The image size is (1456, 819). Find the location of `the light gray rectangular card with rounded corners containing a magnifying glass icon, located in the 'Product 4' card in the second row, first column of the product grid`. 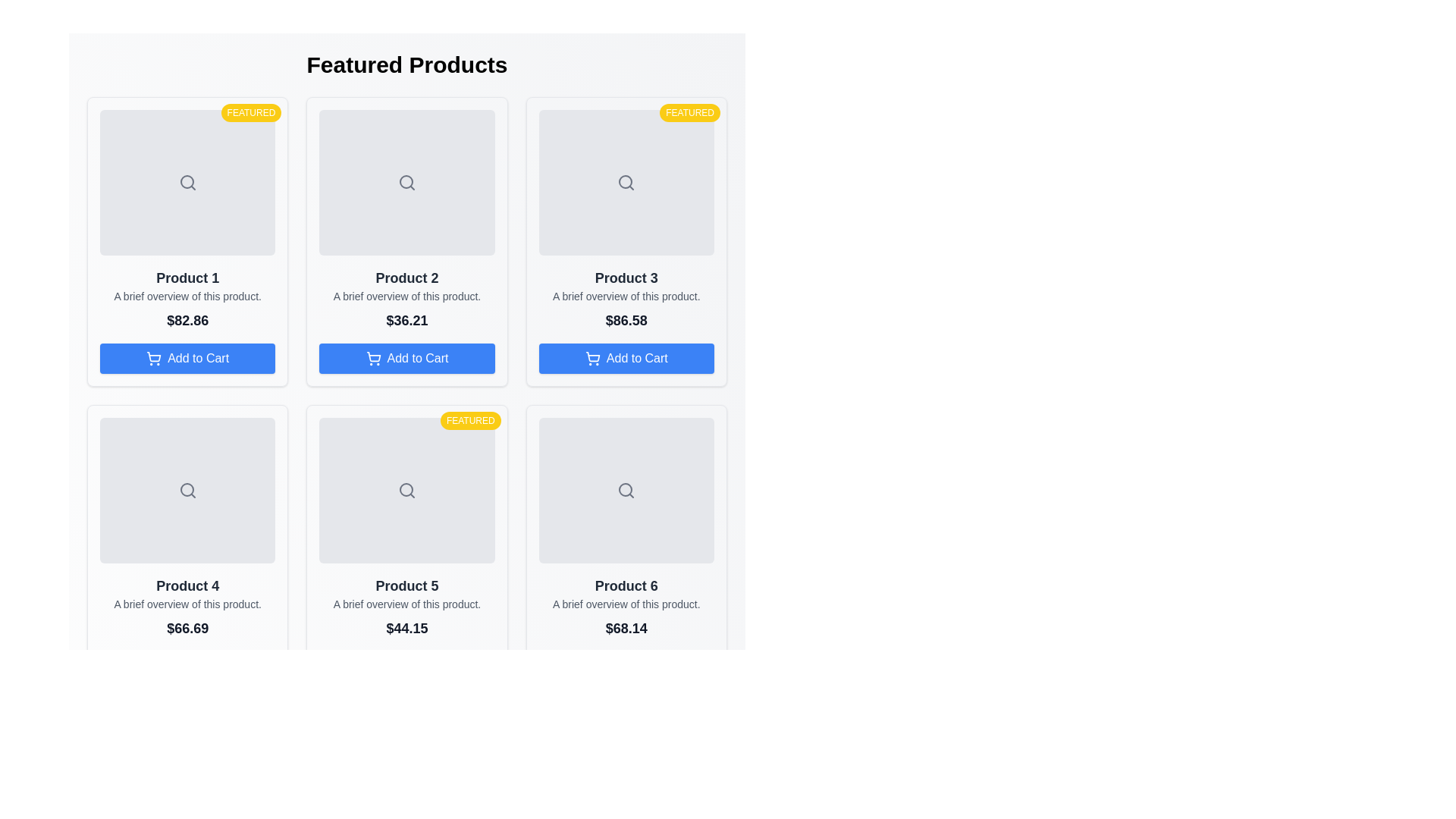

the light gray rectangular card with rounded corners containing a magnifying glass icon, located in the 'Product 4' card in the second row, first column of the product grid is located at coordinates (187, 491).